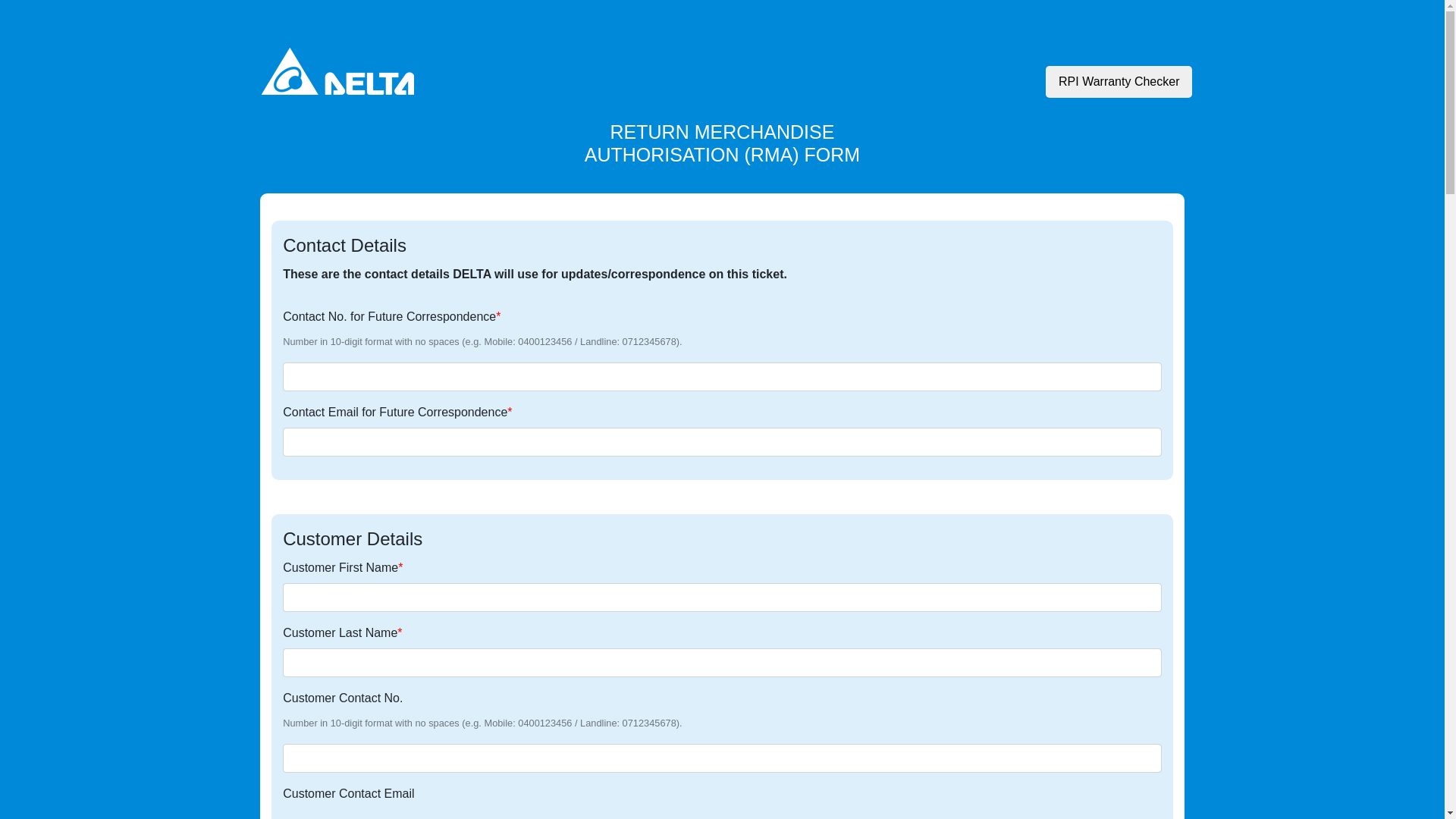  I want to click on 'RPI Warranty Checker', so click(1119, 82).